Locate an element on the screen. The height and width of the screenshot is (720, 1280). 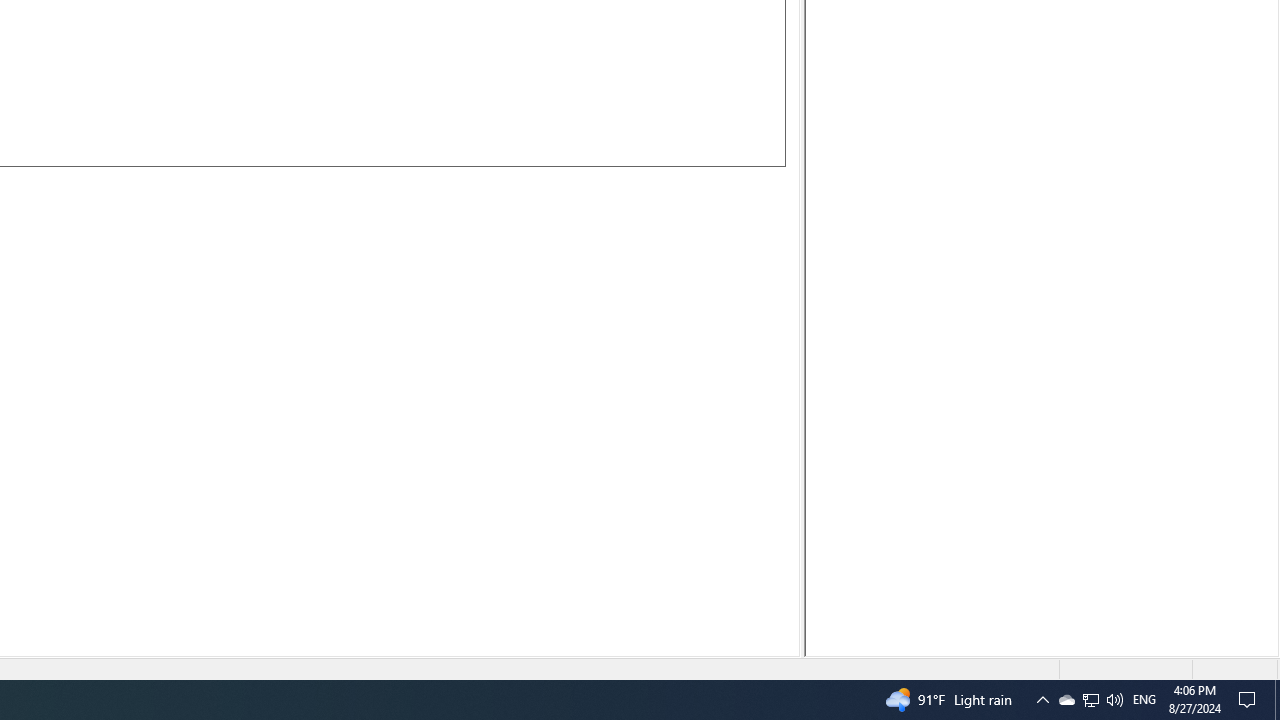
'Tray Input Indicator - English (United States)' is located at coordinates (1144, 698).